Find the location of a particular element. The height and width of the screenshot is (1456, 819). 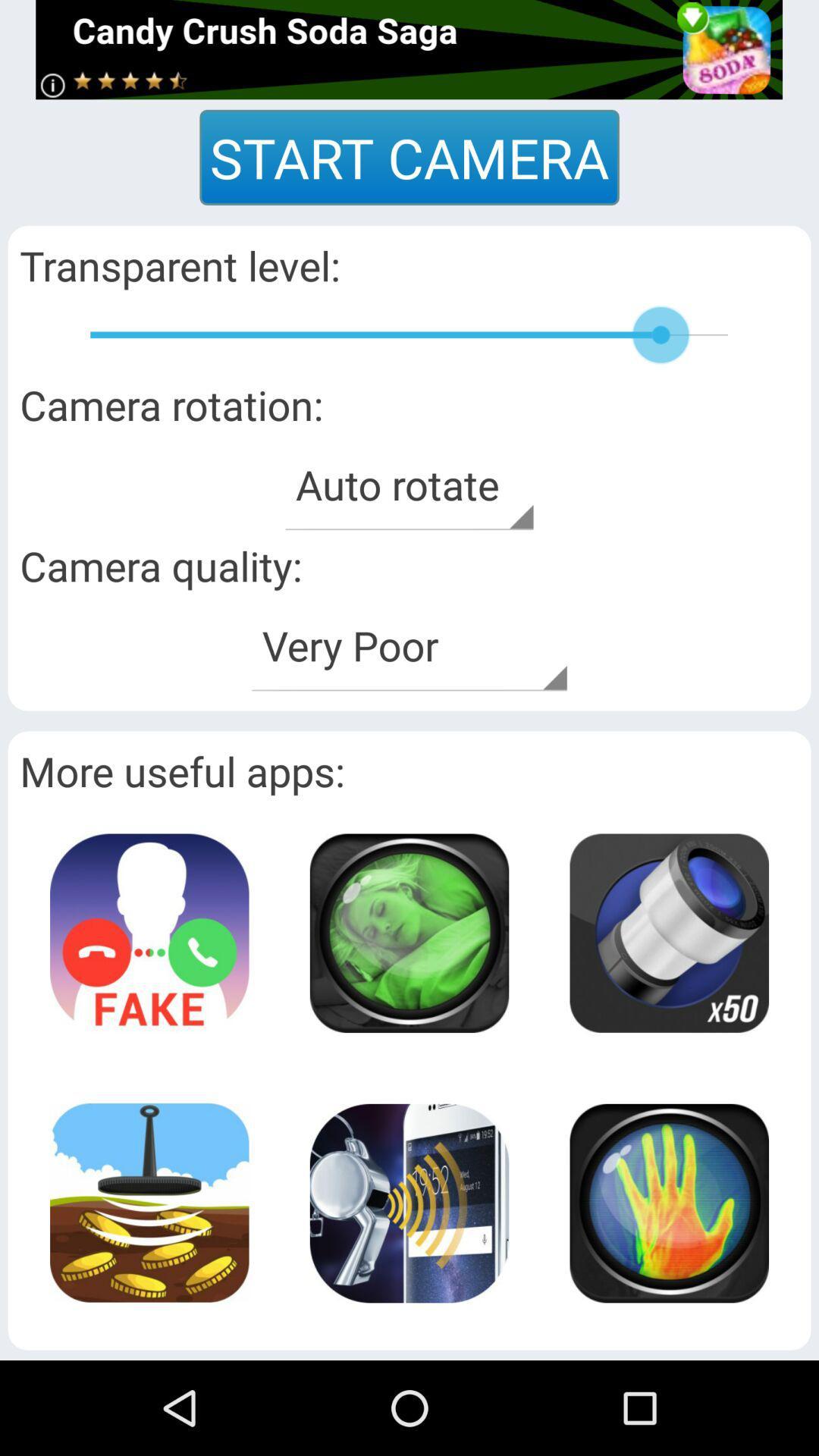

phone call is located at coordinates (149, 932).